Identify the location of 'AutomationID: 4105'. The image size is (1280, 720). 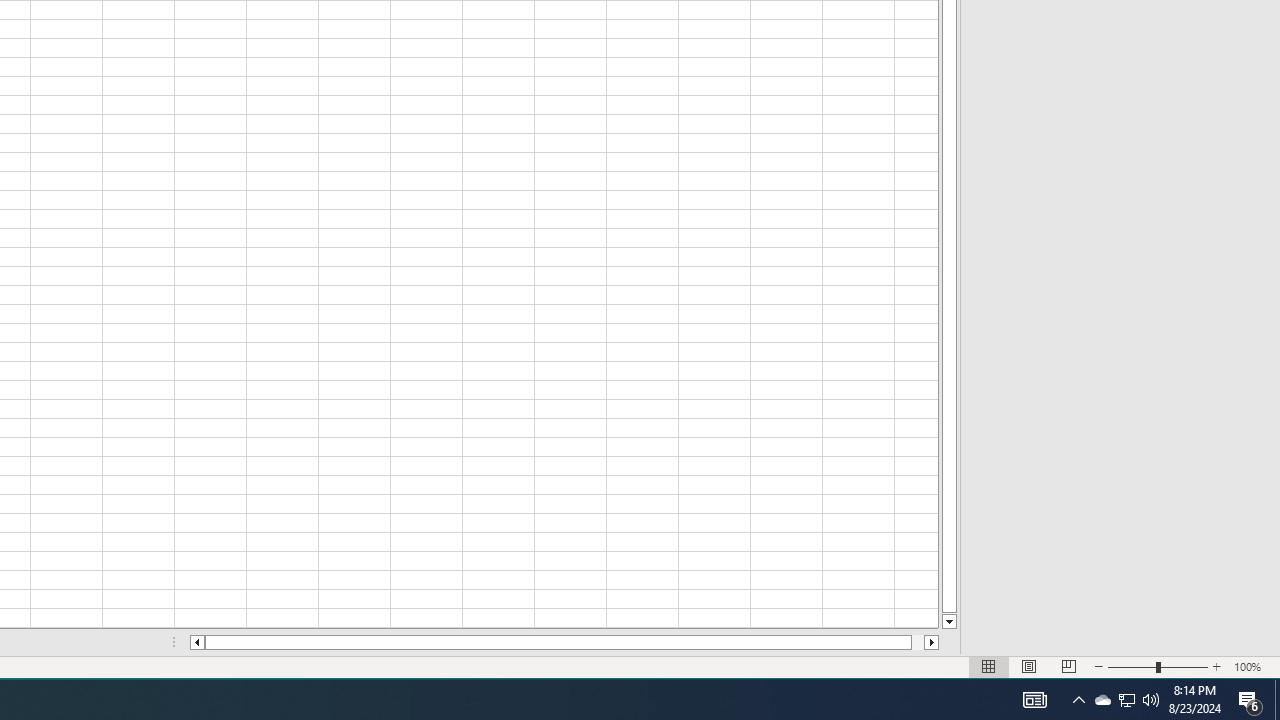
(1034, 698).